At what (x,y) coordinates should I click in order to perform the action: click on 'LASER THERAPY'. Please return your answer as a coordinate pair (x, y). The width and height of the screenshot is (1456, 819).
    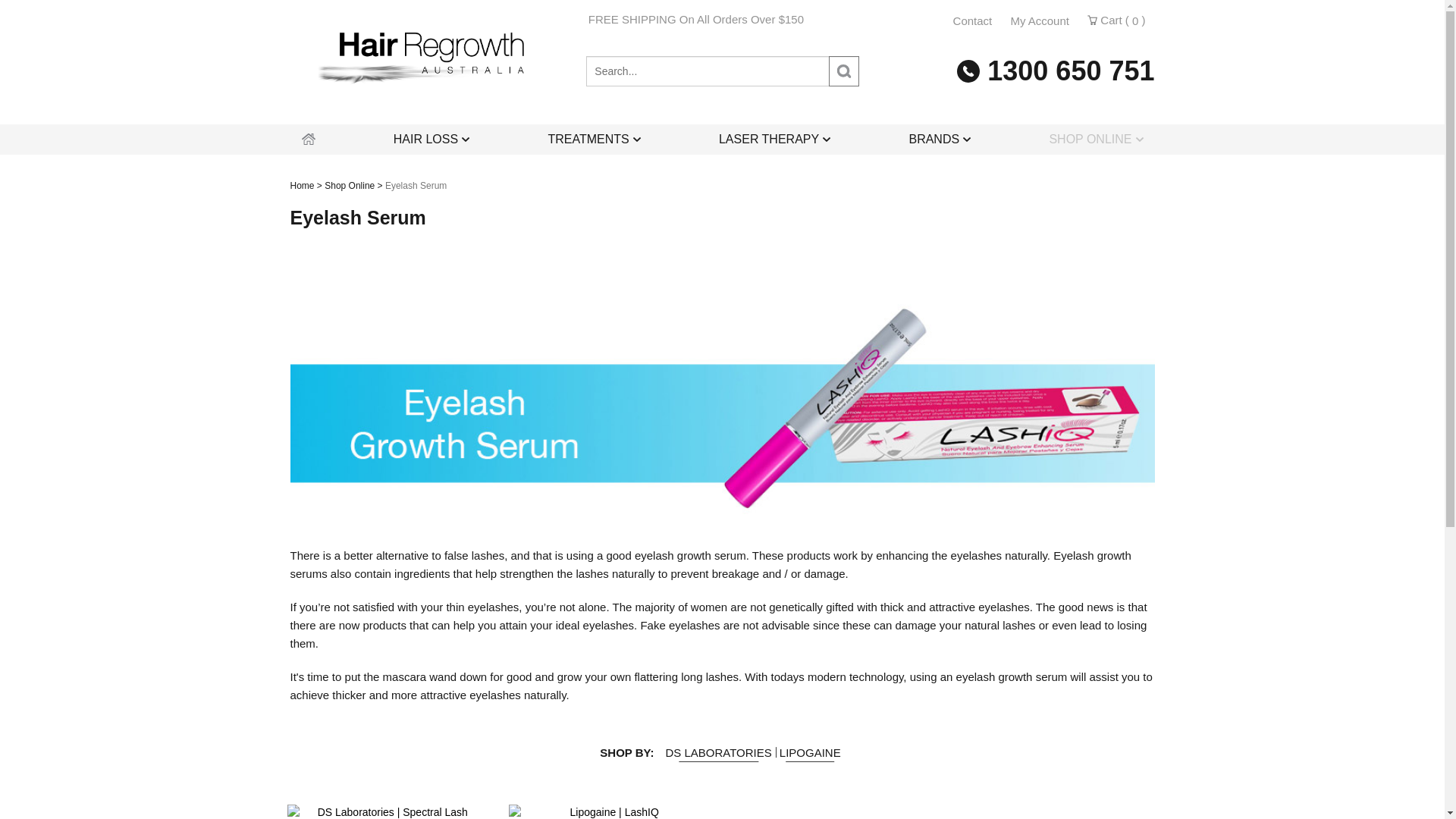
    Looking at the image, I should click on (706, 140).